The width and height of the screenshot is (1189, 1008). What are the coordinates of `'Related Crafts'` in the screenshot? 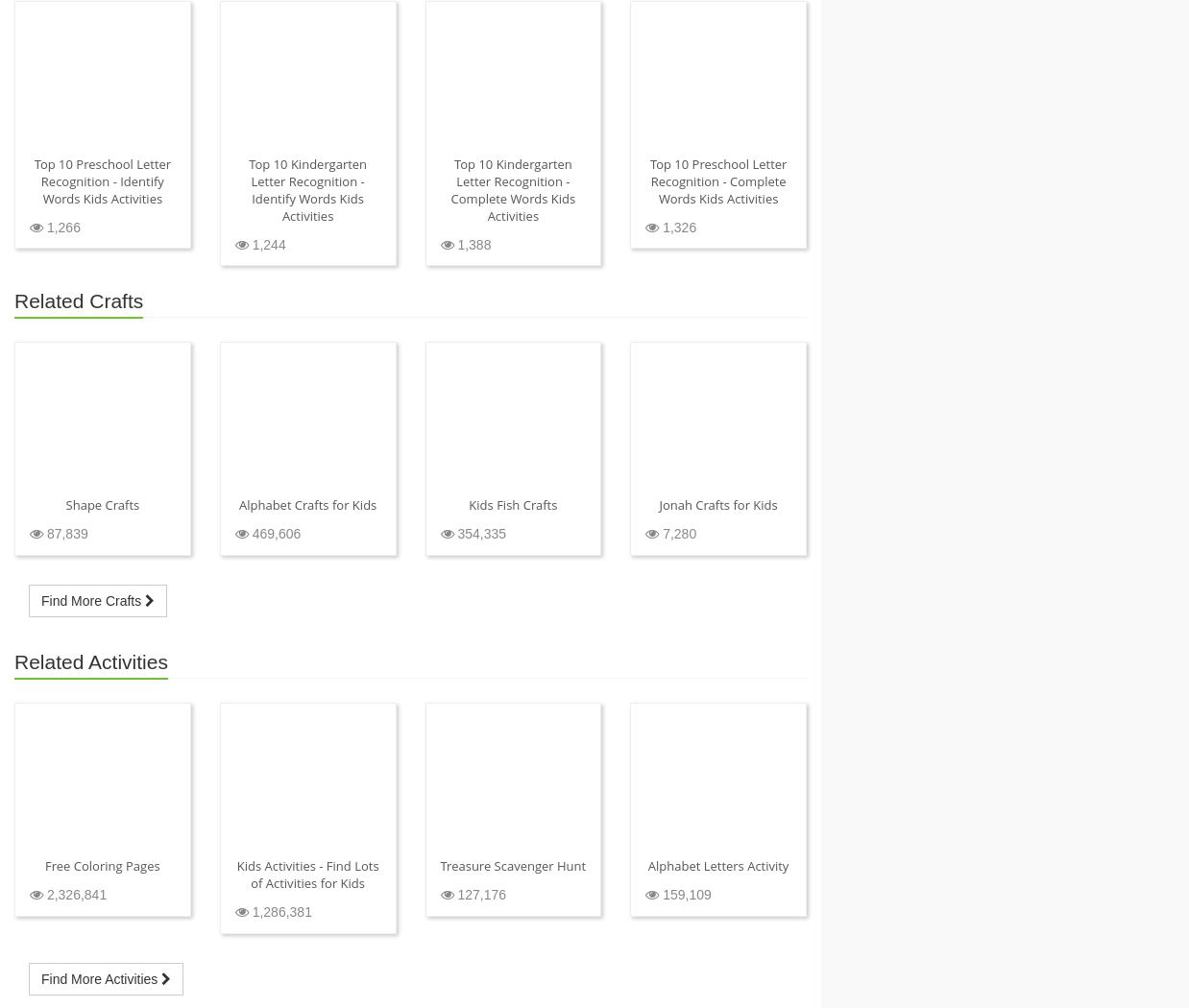 It's located at (77, 300).